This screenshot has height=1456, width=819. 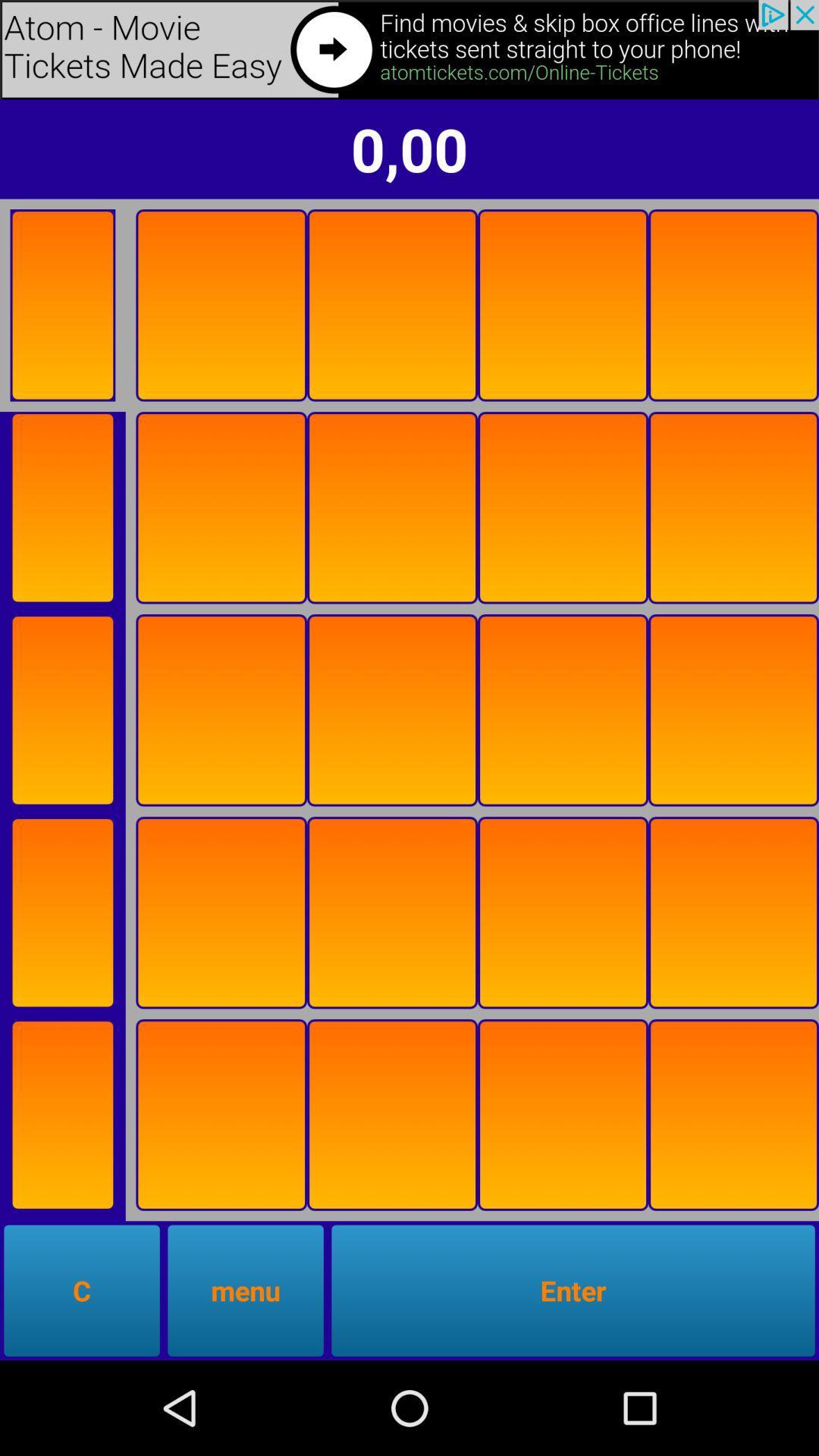 I want to click on flip card, so click(x=733, y=1115).